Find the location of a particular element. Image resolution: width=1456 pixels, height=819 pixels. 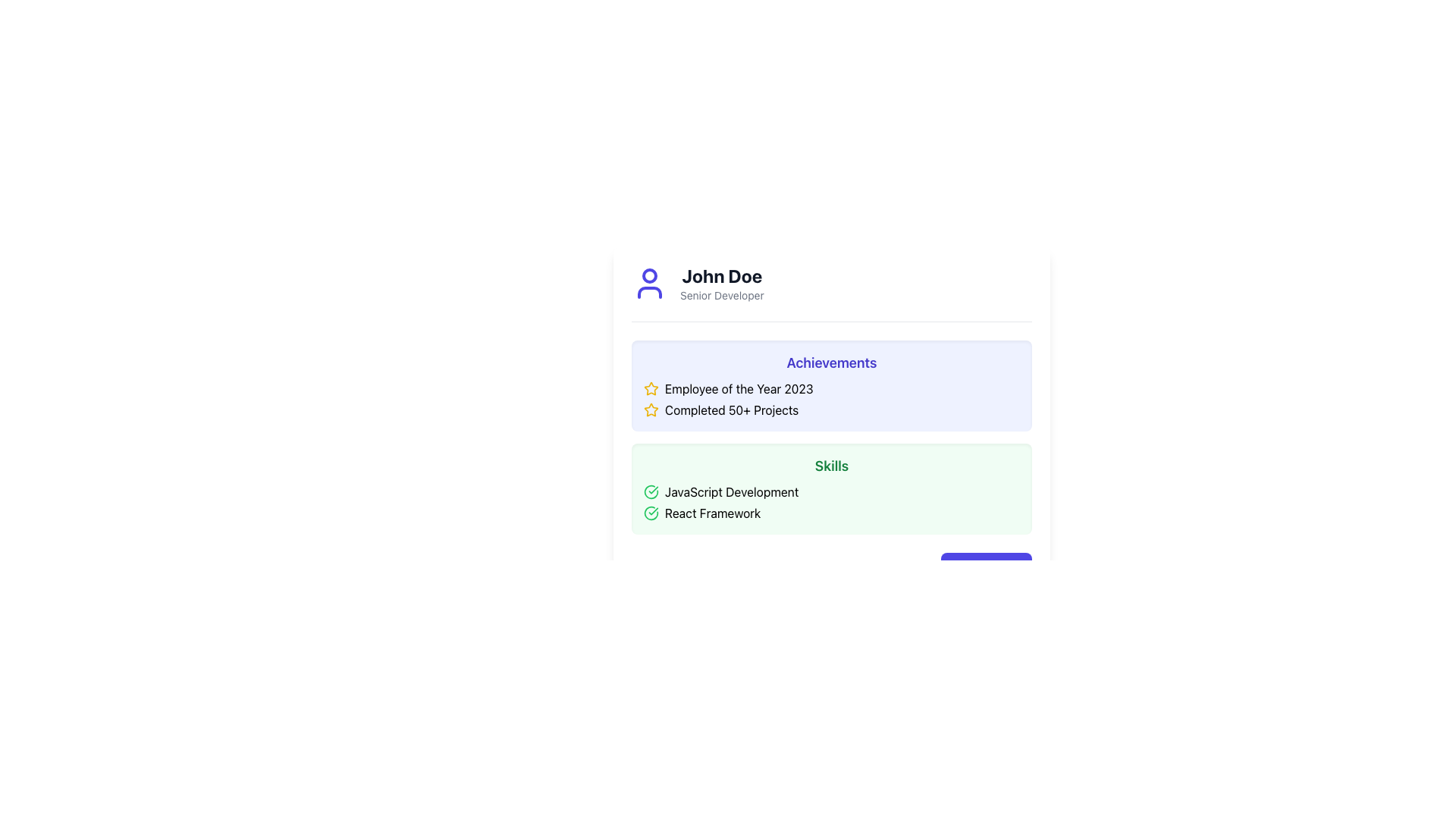

the 'Employee of the Year 2023' achievement icon located in the Achievements section of the user profile card is located at coordinates (651, 409).